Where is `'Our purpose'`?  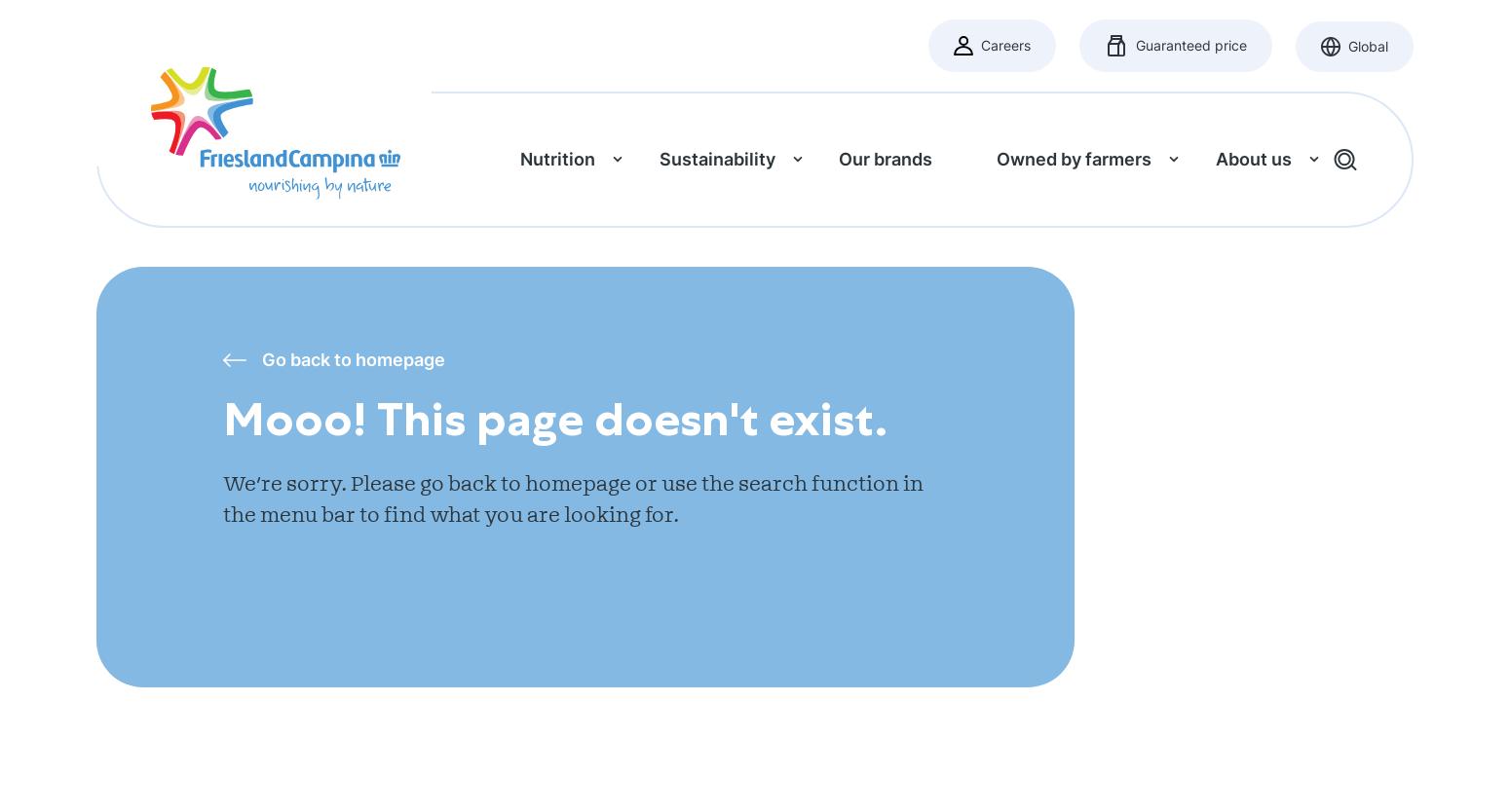
'Our purpose' is located at coordinates (1201, 287).